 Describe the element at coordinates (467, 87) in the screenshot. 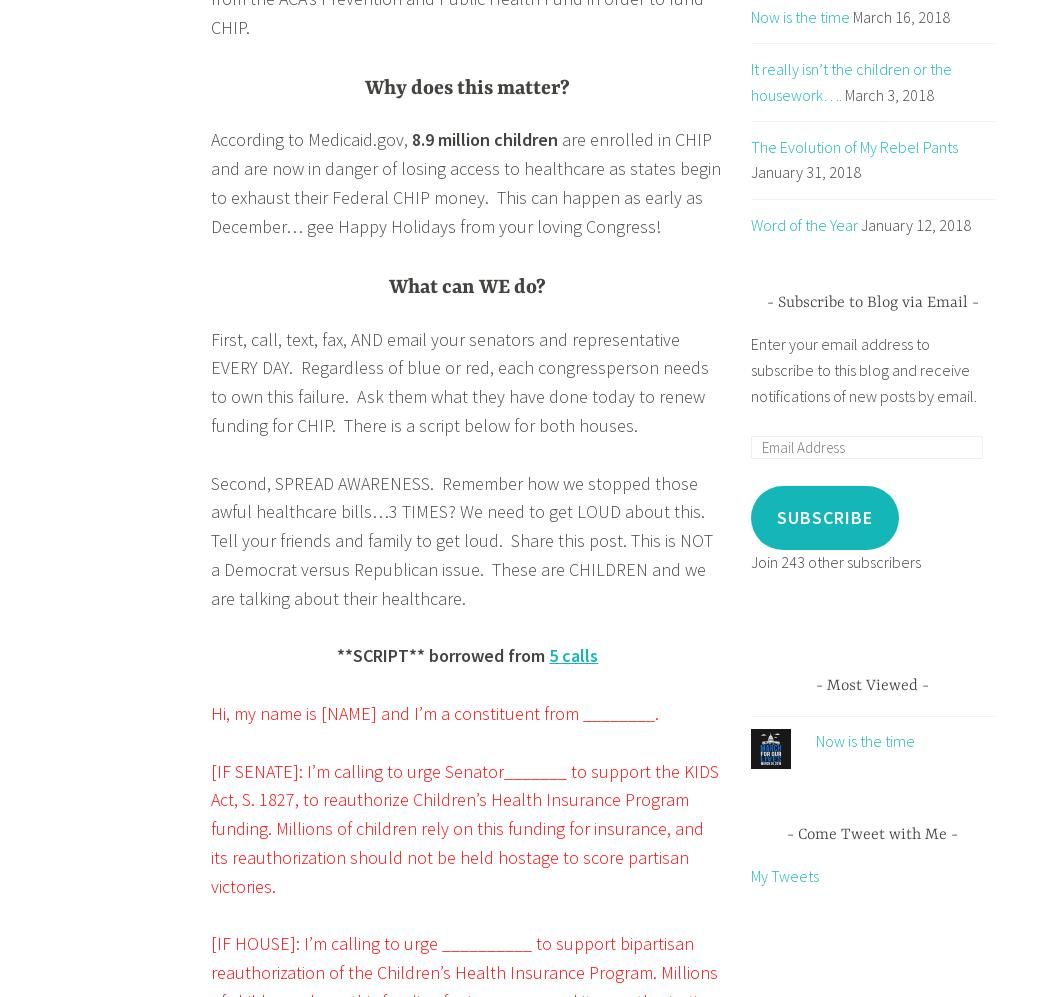

I see `'Why does this matter?'` at that location.